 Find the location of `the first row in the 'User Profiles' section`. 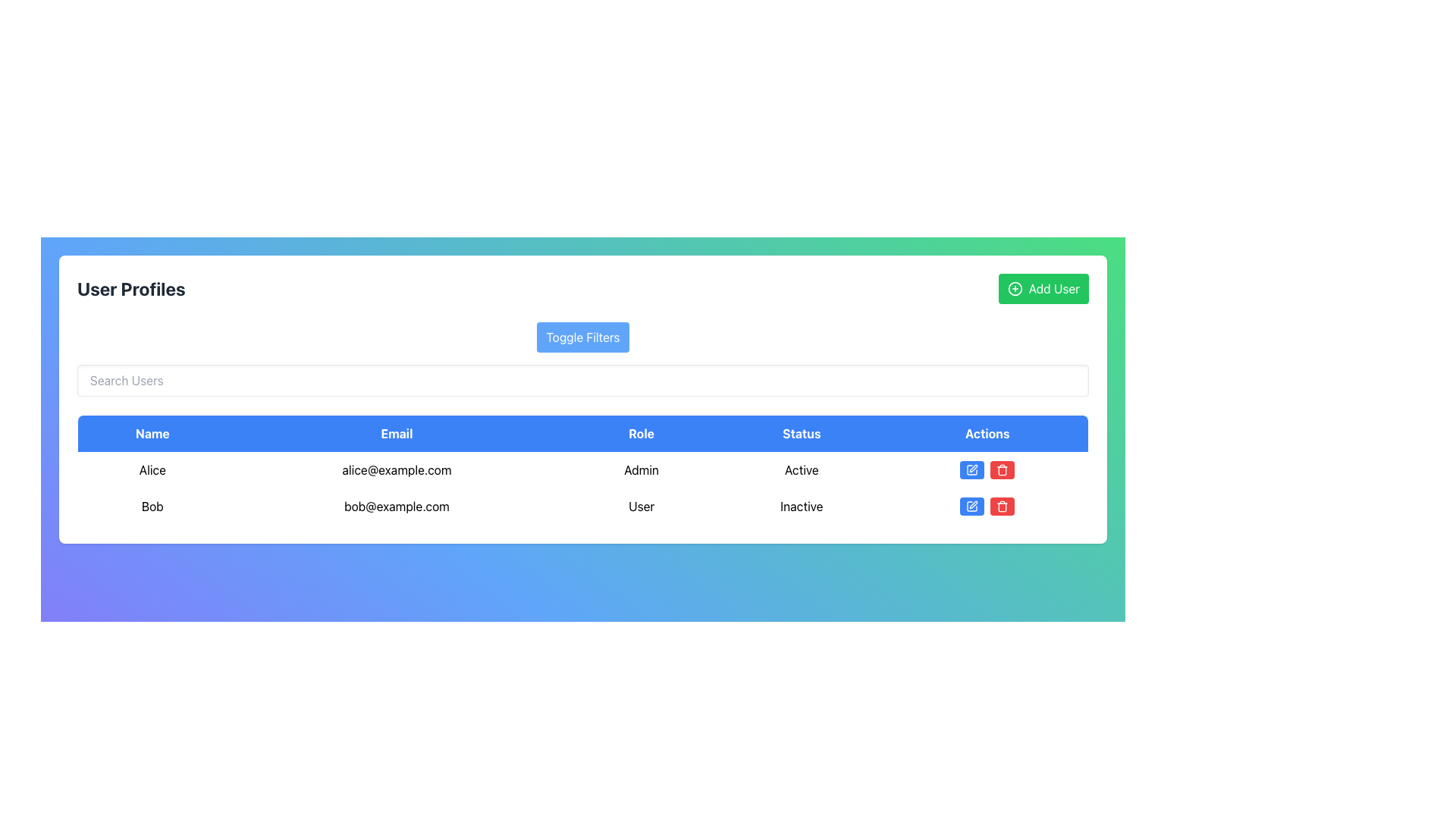

the first row in the 'User Profiles' section is located at coordinates (582, 469).